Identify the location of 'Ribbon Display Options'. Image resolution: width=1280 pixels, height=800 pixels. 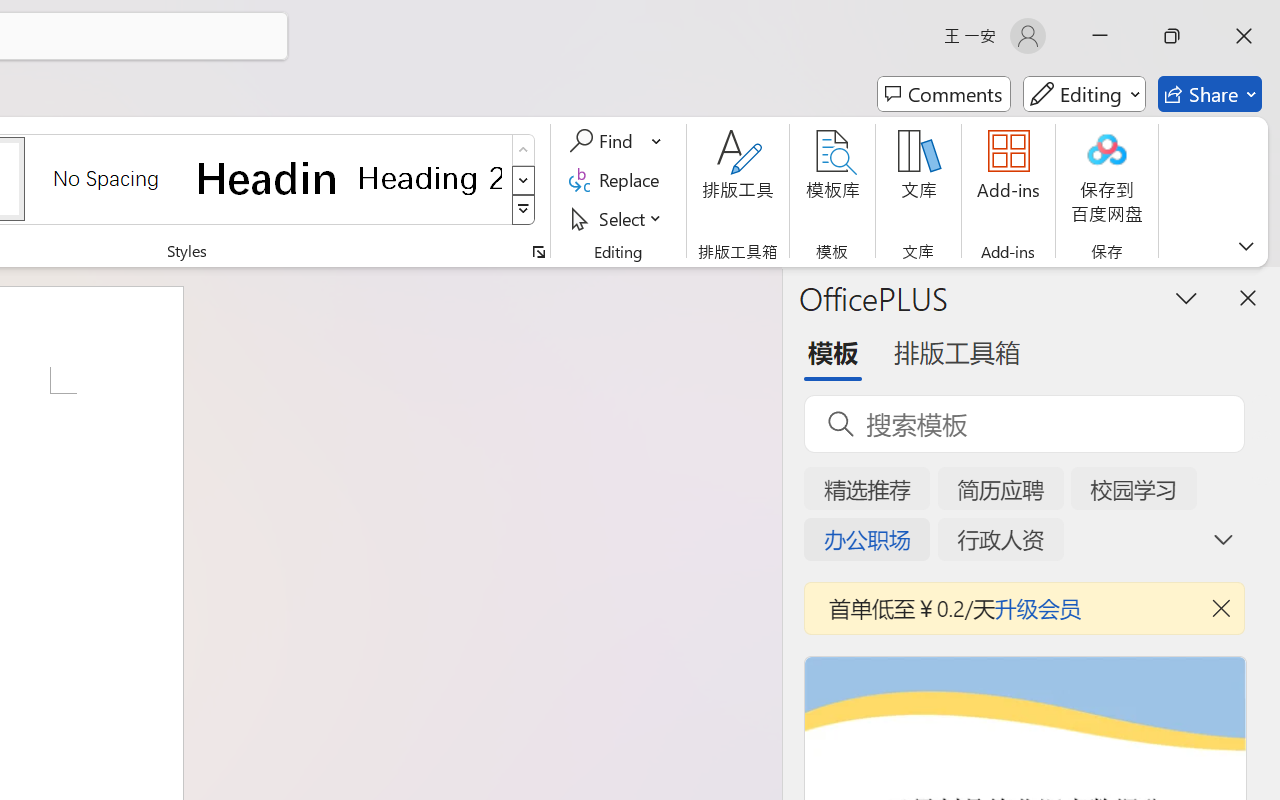
(1245, 245).